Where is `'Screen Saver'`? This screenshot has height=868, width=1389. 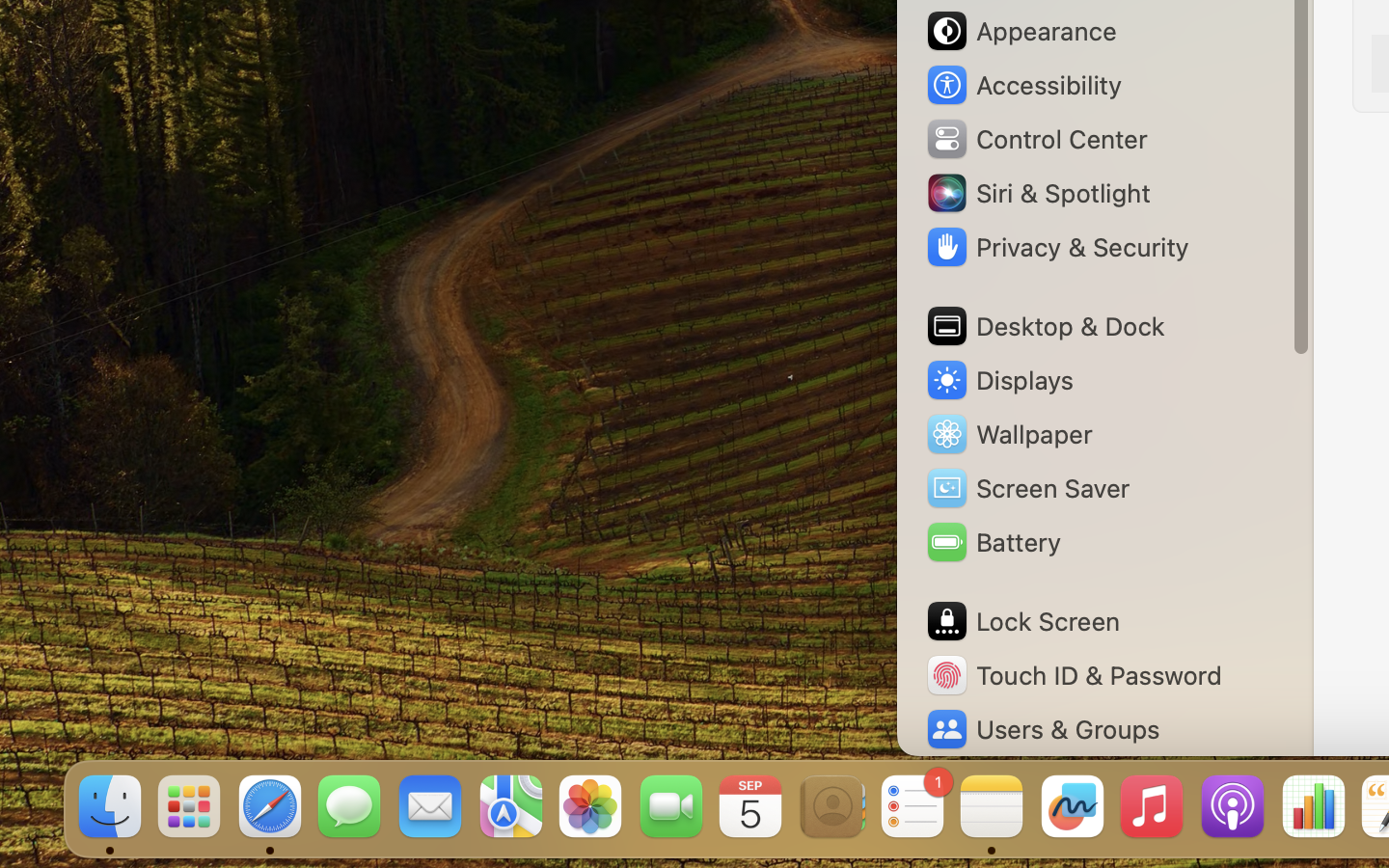 'Screen Saver' is located at coordinates (1027, 486).